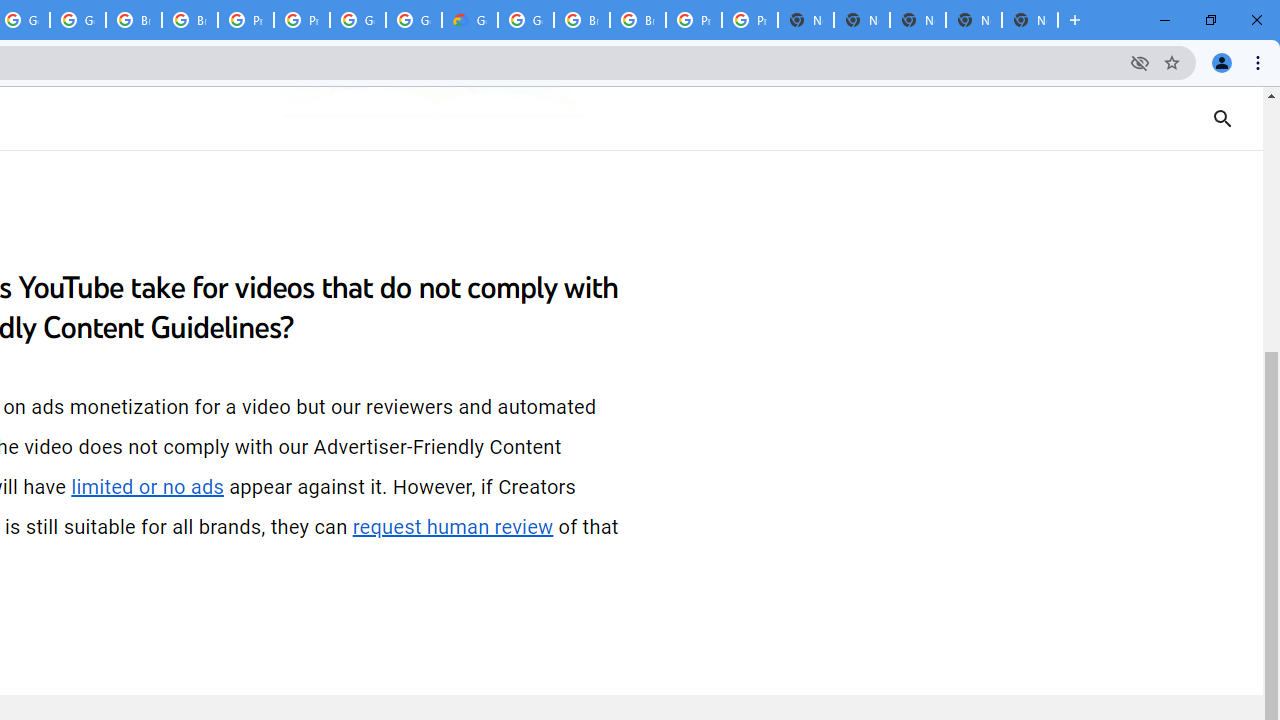 The width and height of the screenshot is (1280, 720). Describe the element at coordinates (1139, 61) in the screenshot. I see `'Third-party cookies blocked'` at that location.